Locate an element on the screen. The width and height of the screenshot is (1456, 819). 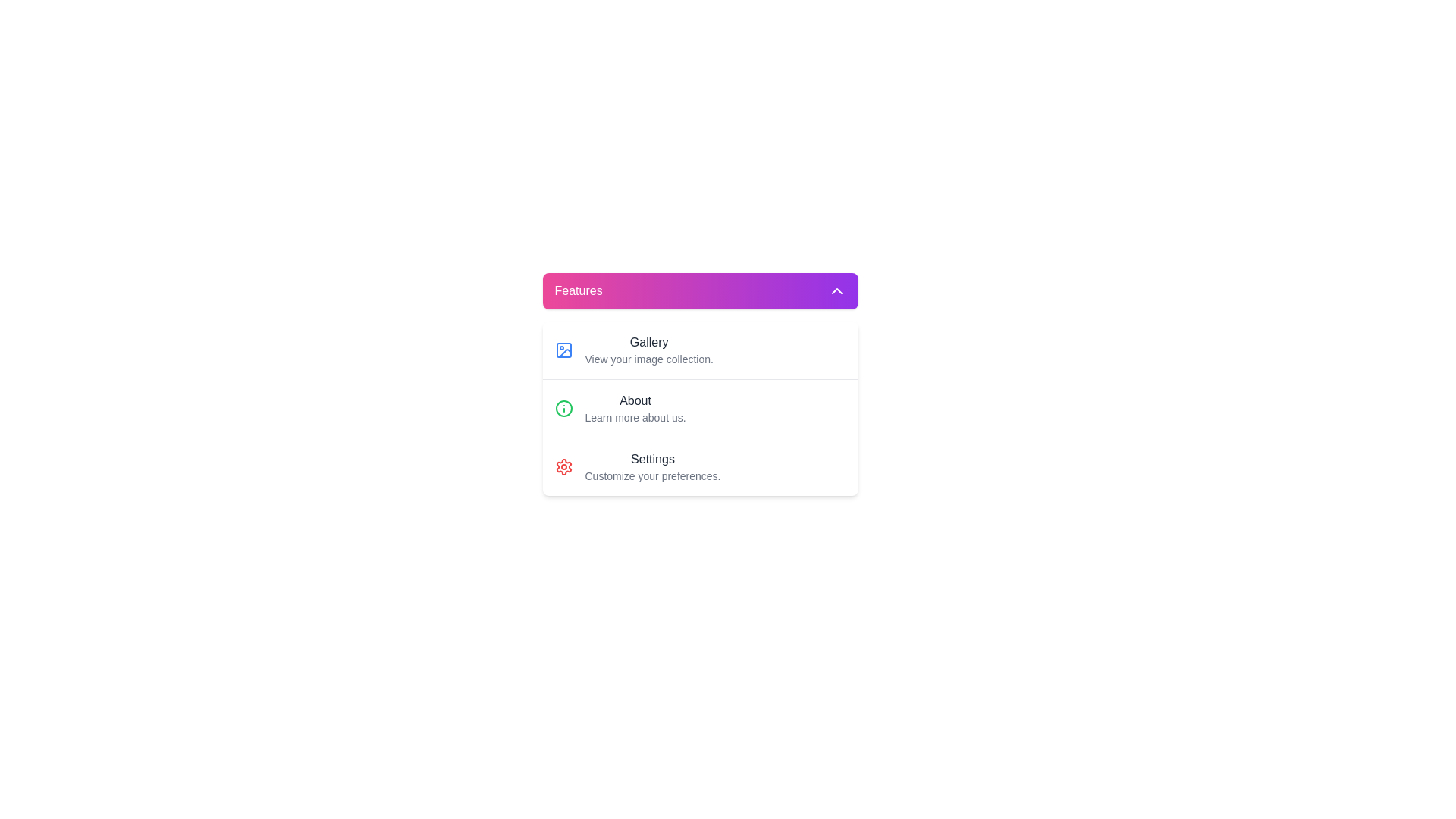
the third list item in the navigation menu, which is intended for accessing the Settings page and contains an embedded icon and text content is located at coordinates (699, 466).